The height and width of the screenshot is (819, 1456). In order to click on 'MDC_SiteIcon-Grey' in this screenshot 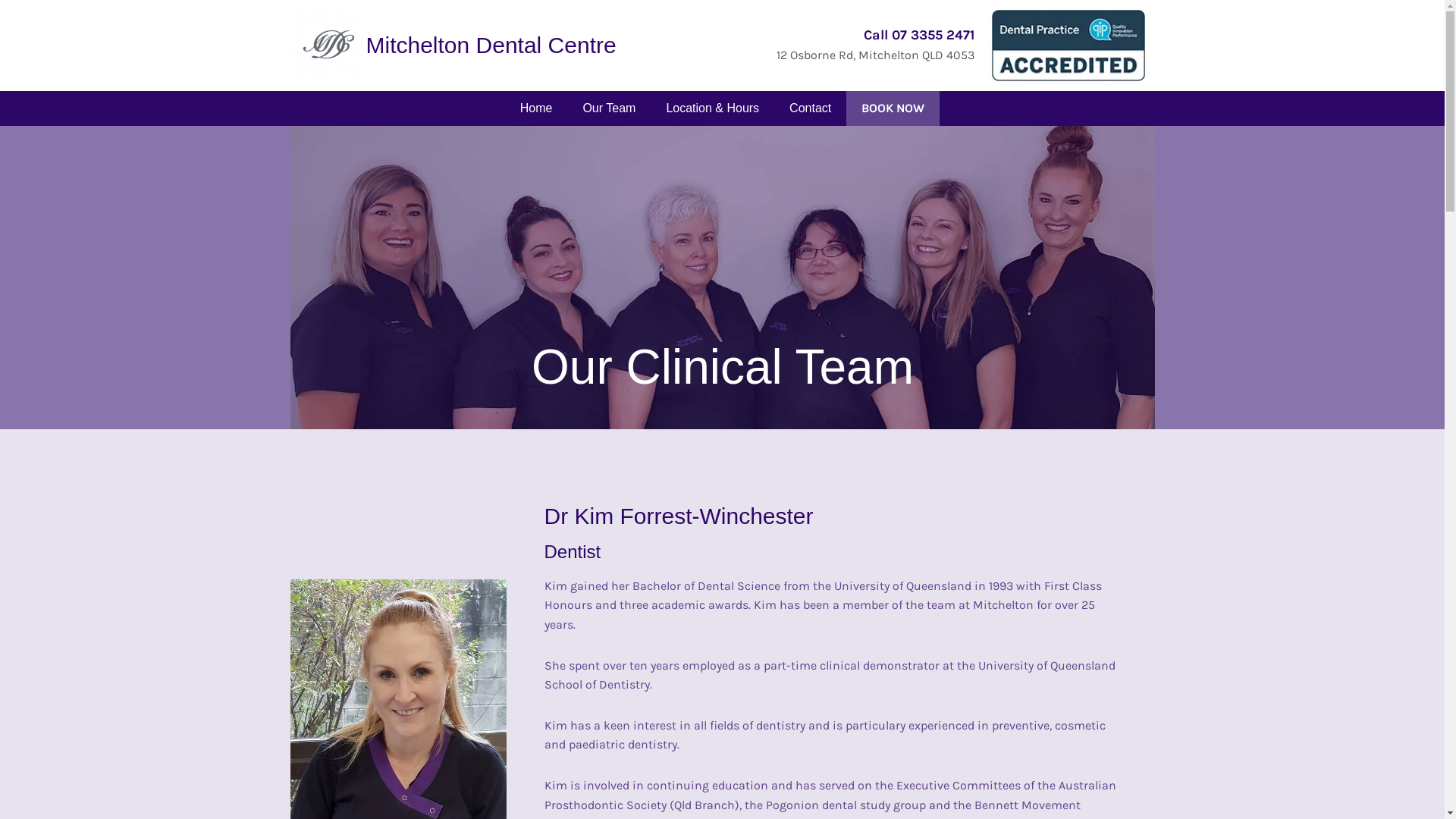, I will do `click(327, 45)`.